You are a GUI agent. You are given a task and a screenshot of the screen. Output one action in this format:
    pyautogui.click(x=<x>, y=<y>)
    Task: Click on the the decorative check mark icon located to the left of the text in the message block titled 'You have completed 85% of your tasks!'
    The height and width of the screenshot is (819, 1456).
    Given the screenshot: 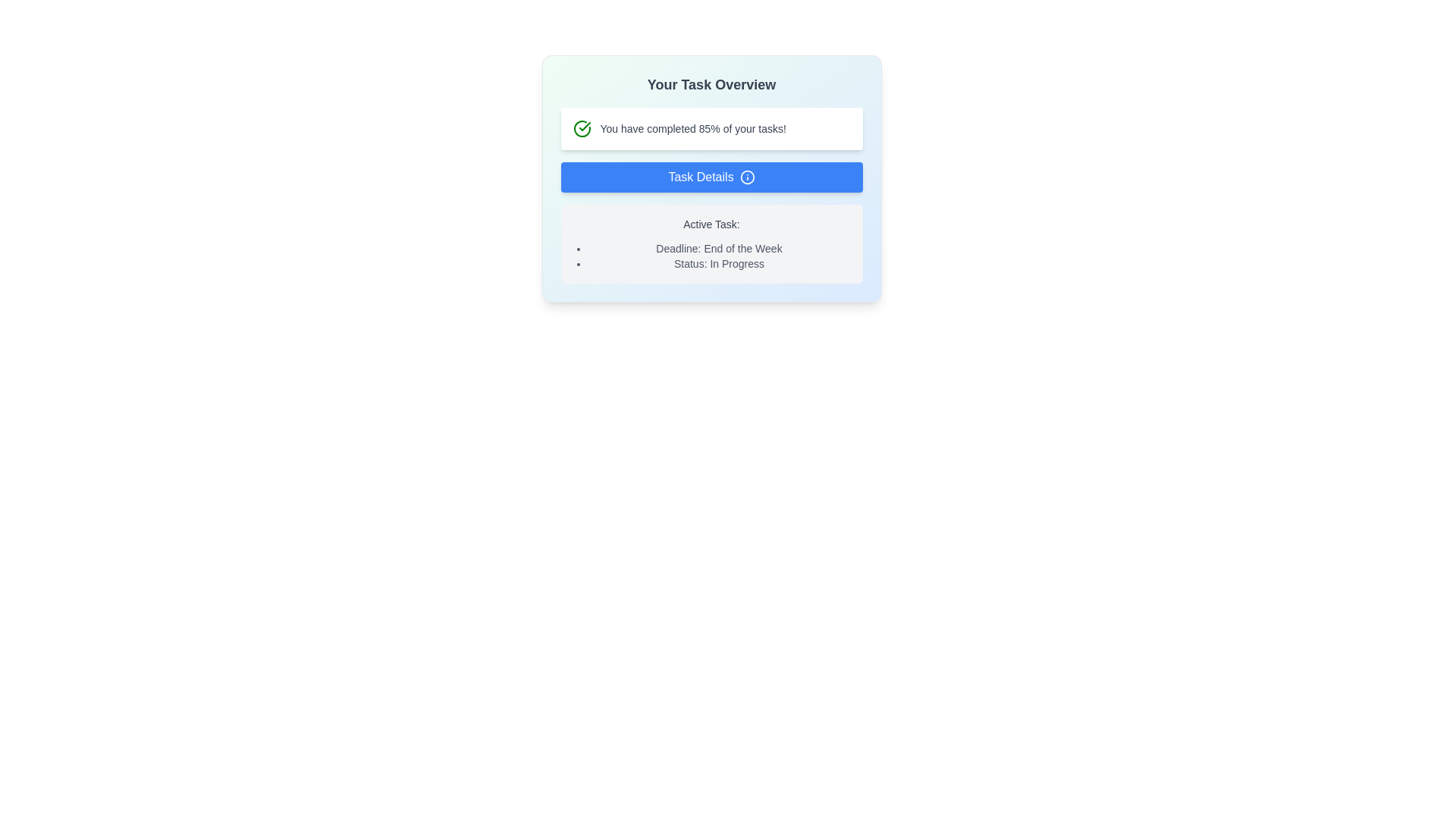 What is the action you would take?
    pyautogui.click(x=581, y=127)
    